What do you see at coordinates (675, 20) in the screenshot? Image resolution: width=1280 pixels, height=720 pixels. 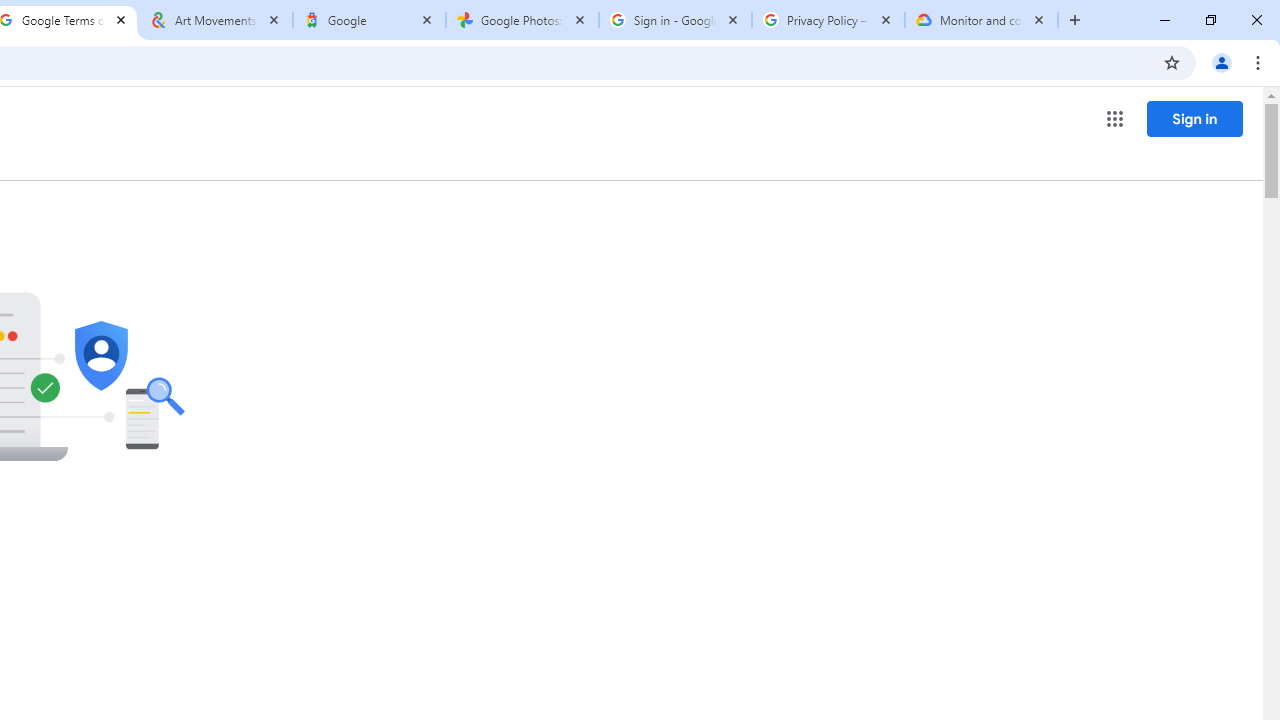 I see `'Sign in - Google Accounts'` at bounding box center [675, 20].